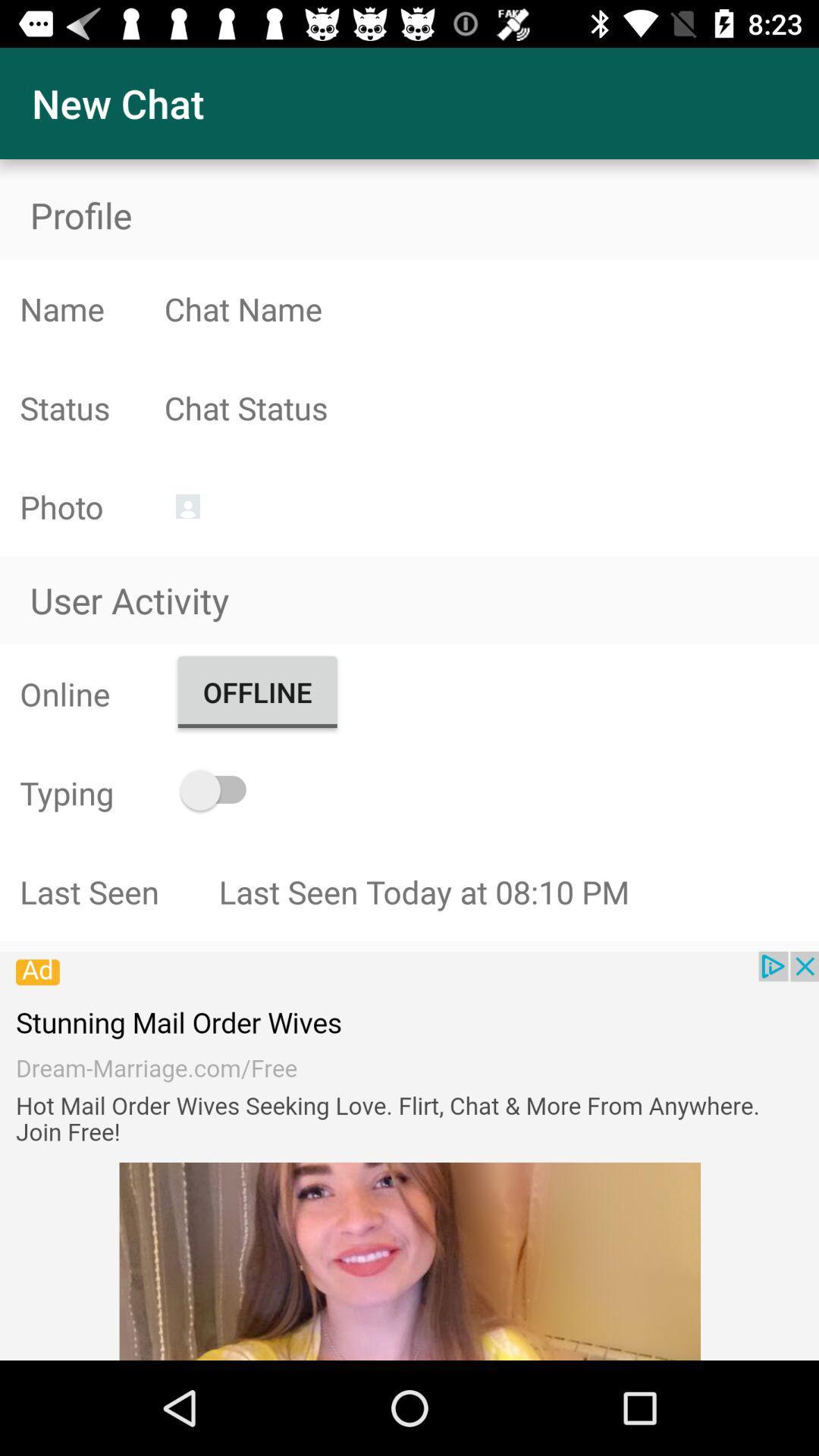 This screenshot has height=1456, width=819. Describe the element at coordinates (491, 308) in the screenshot. I see `chat name` at that location.